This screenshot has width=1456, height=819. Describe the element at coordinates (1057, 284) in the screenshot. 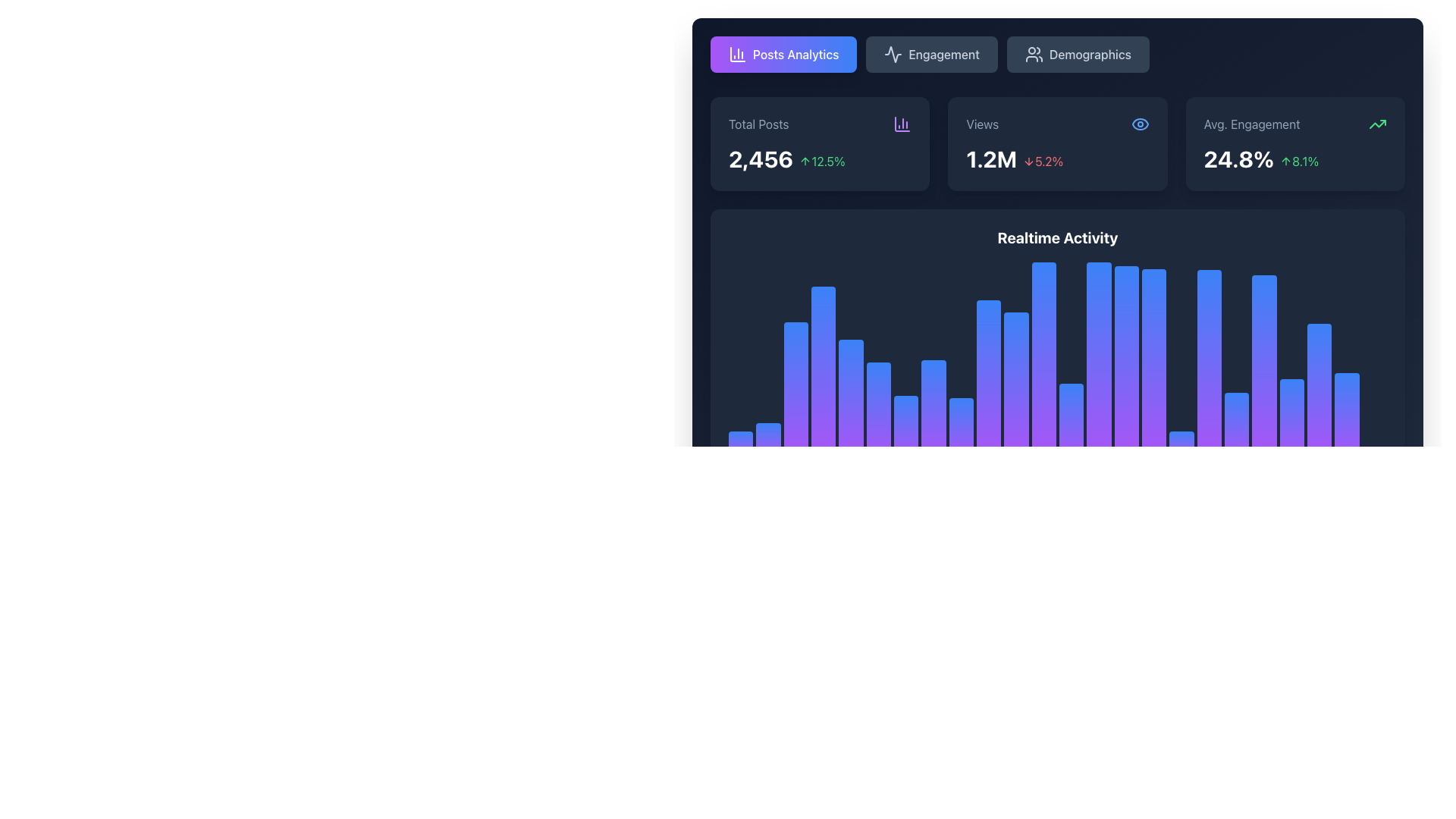

I see `a data point in the Data Visualization block displaying analytics data for total posts, views, and average engagements` at that location.